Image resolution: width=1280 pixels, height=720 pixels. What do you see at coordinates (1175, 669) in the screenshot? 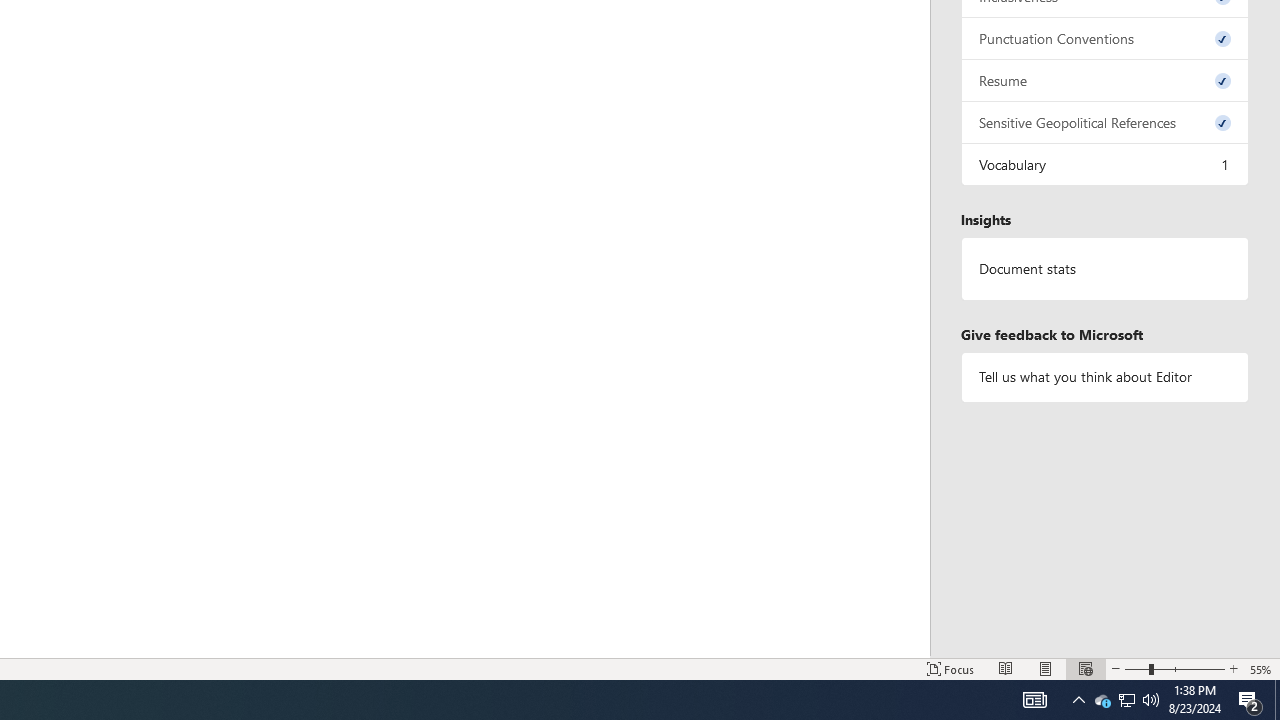
I see `'Zoom'` at bounding box center [1175, 669].